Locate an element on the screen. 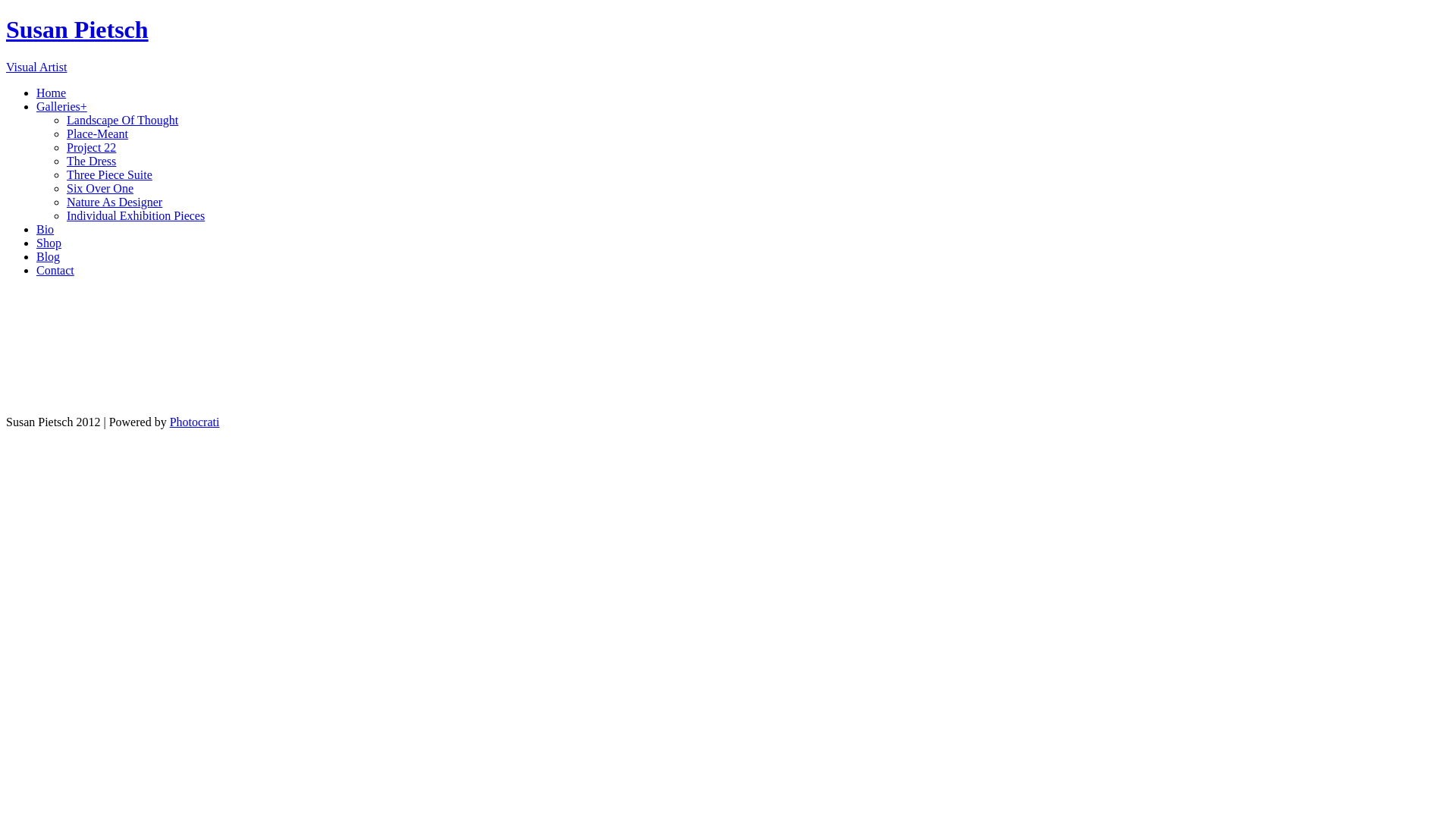 Image resolution: width=1456 pixels, height=819 pixels. 'Project 22' is located at coordinates (65, 147).